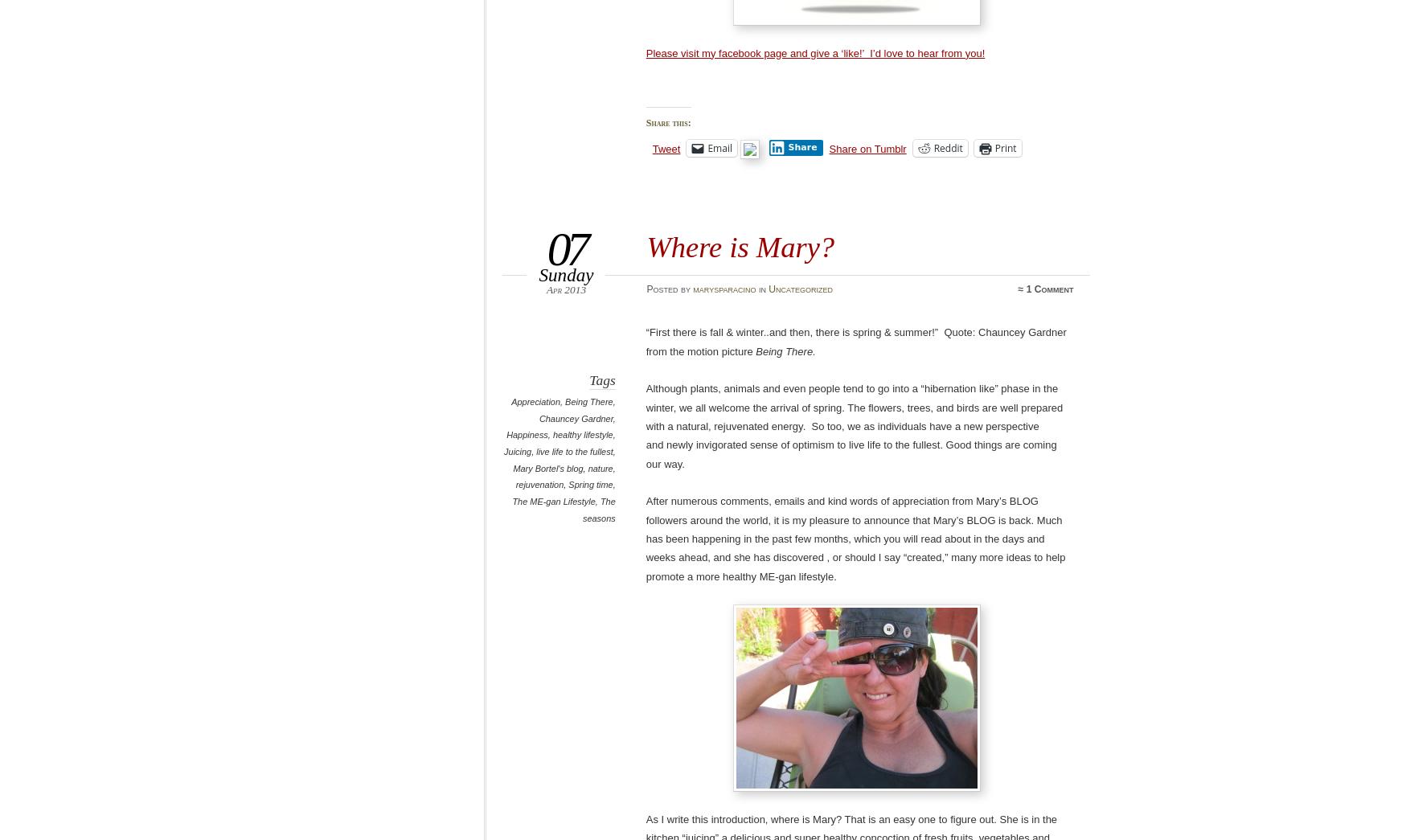  Describe the element at coordinates (854, 426) in the screenshot. I see `'Although plants, animals and even people tend to go into a “hibernation like” phase in the winter, we all welcome the arrival of spring. The flowers, trees, and birds are well prepared with a natural, rejuvenated energy.  So too, we as individuals have a new perspective and newly invigorated sense of optimism to live life to the fullest. Good things are coming our way.'` at that location.